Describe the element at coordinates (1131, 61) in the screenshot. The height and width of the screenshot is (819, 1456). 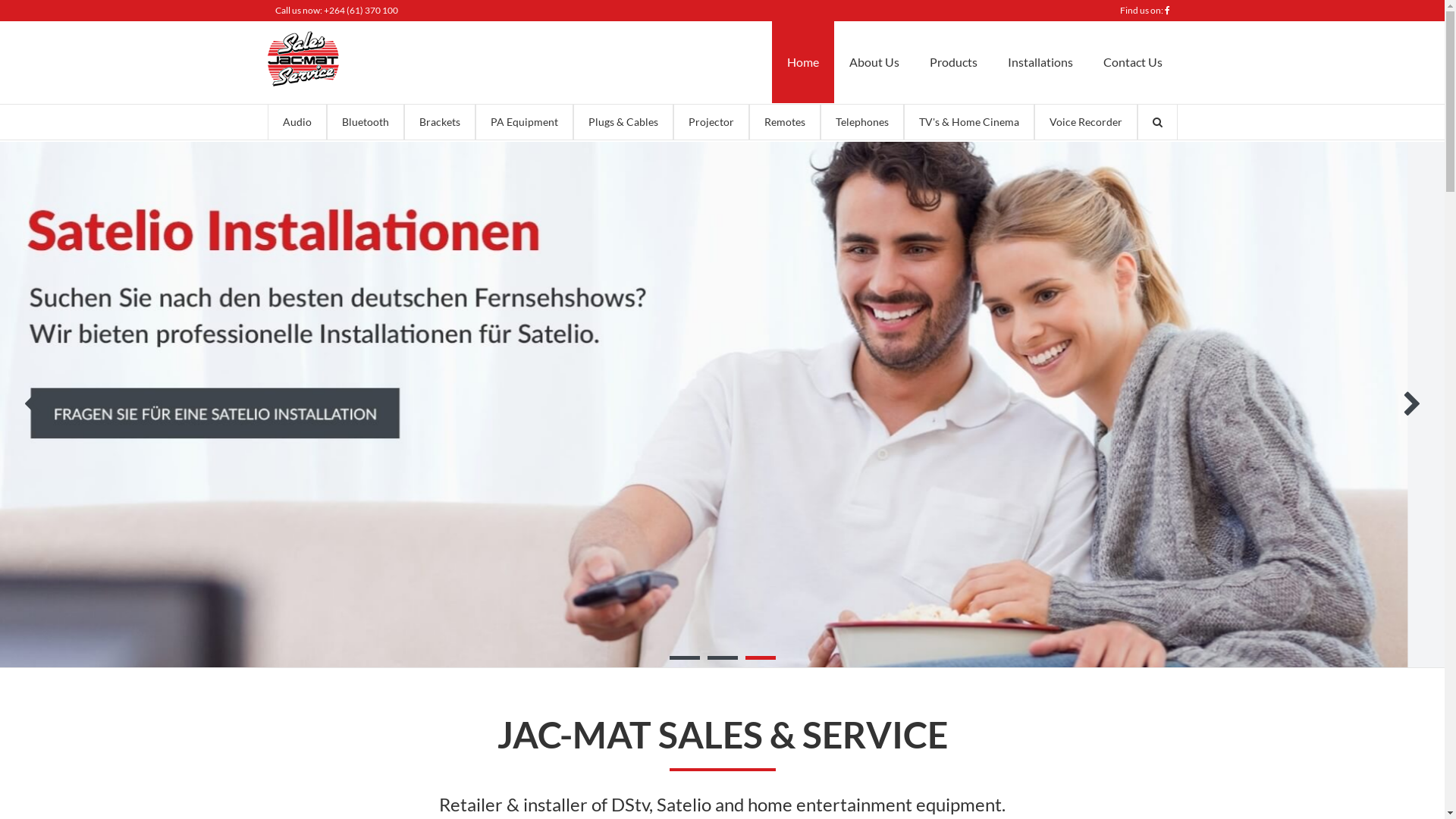
I see `'Contact Us'` at that location.